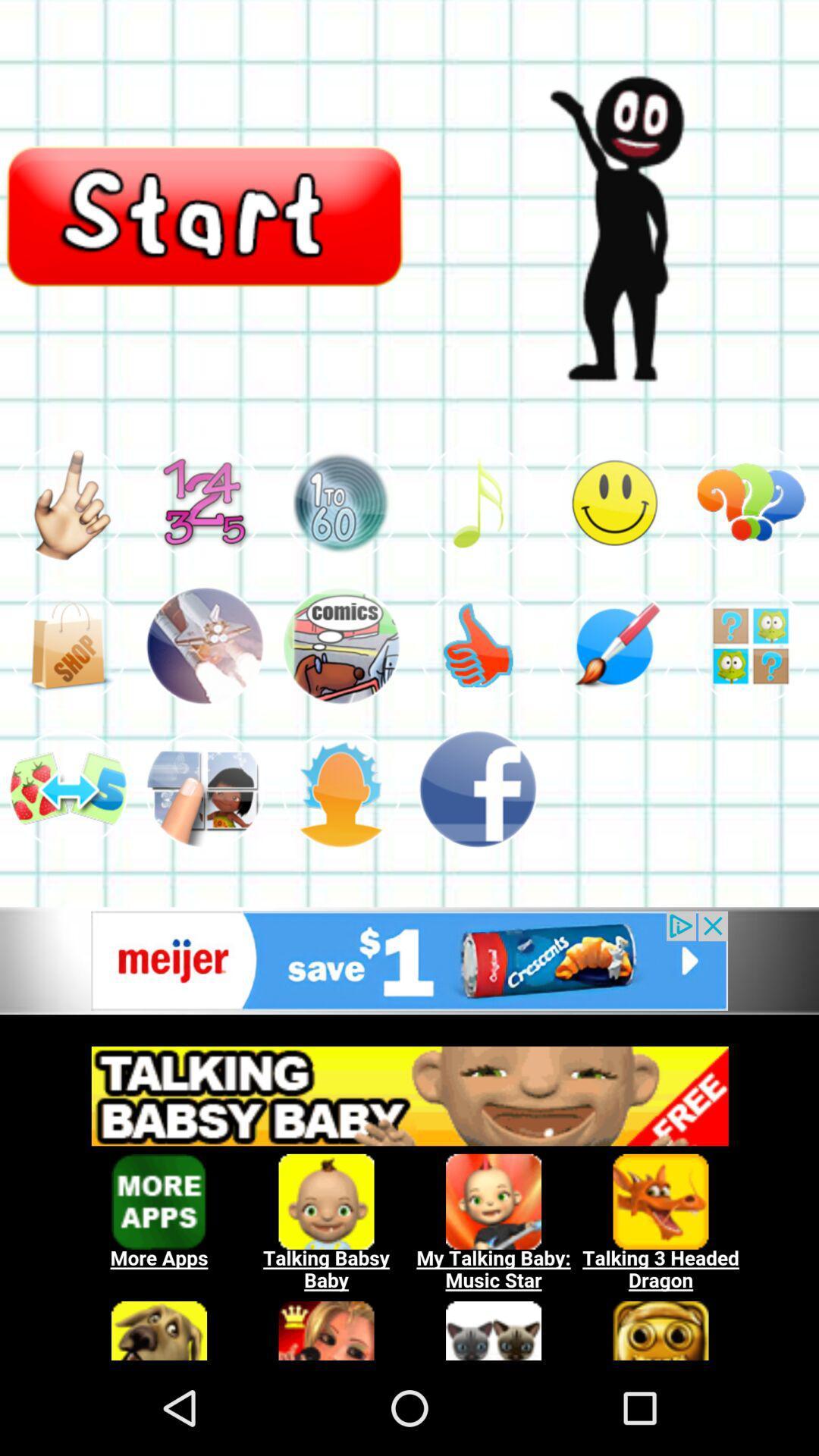 The width and height of the screenshot is (819, 1456). I want to click on the avatar icon, so click(67, 538).